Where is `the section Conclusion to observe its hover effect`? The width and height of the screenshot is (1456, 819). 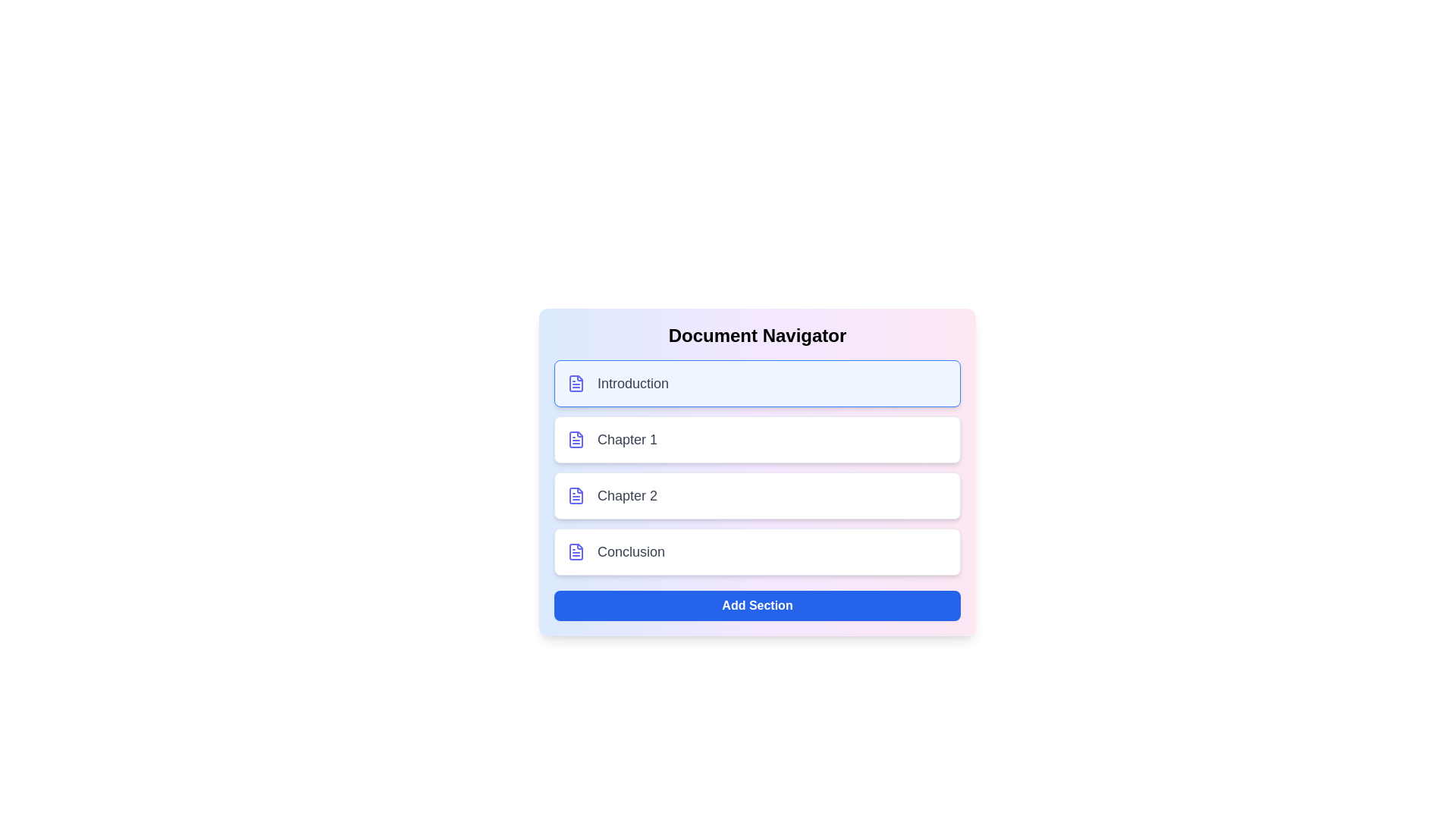 the section Conclusion to observe its hover effect is located at coordinates (757, 552).